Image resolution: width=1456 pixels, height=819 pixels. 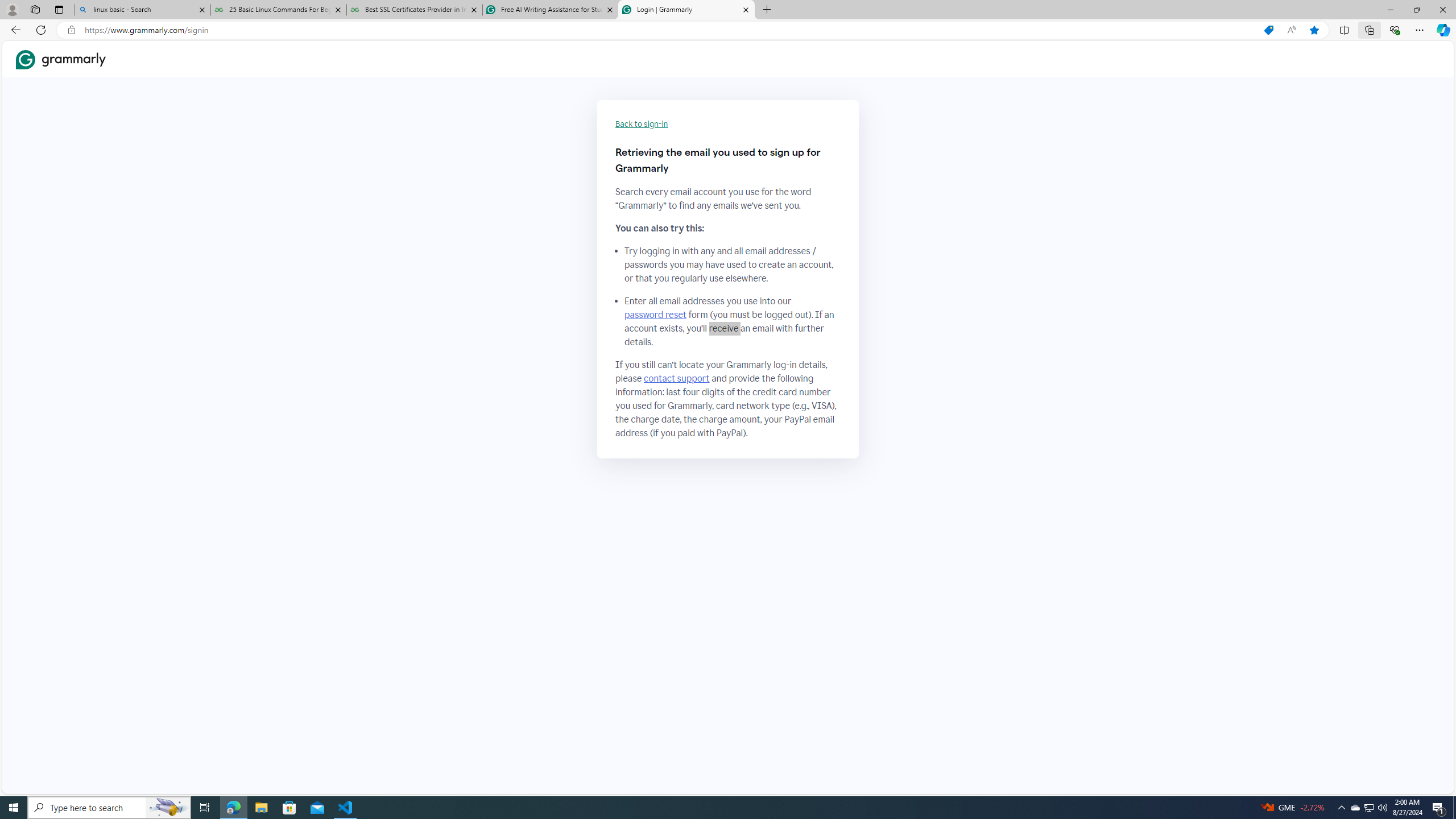 What do you see at coordinates (642, 124) in the screenshot?
I see `'Back to sign-in'` at bounding box center [642, 124].